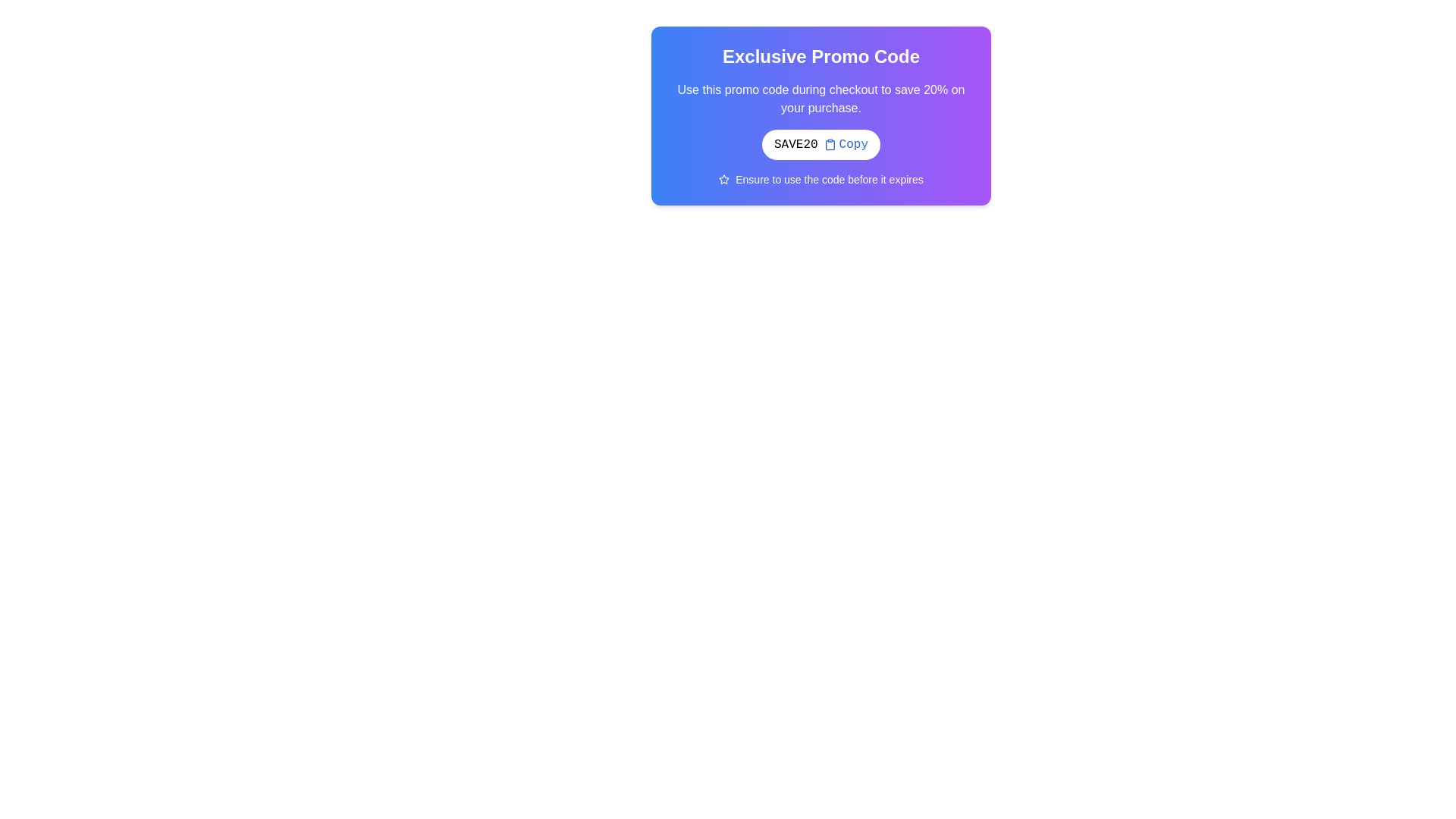  What do you see at coordinates (821, 178) in the screenshot?
I see `the advisory text element that prompts the user to use the promo code before it expires, located below the 'SAVE20 Copy' button` at bounding box center [821, 178].